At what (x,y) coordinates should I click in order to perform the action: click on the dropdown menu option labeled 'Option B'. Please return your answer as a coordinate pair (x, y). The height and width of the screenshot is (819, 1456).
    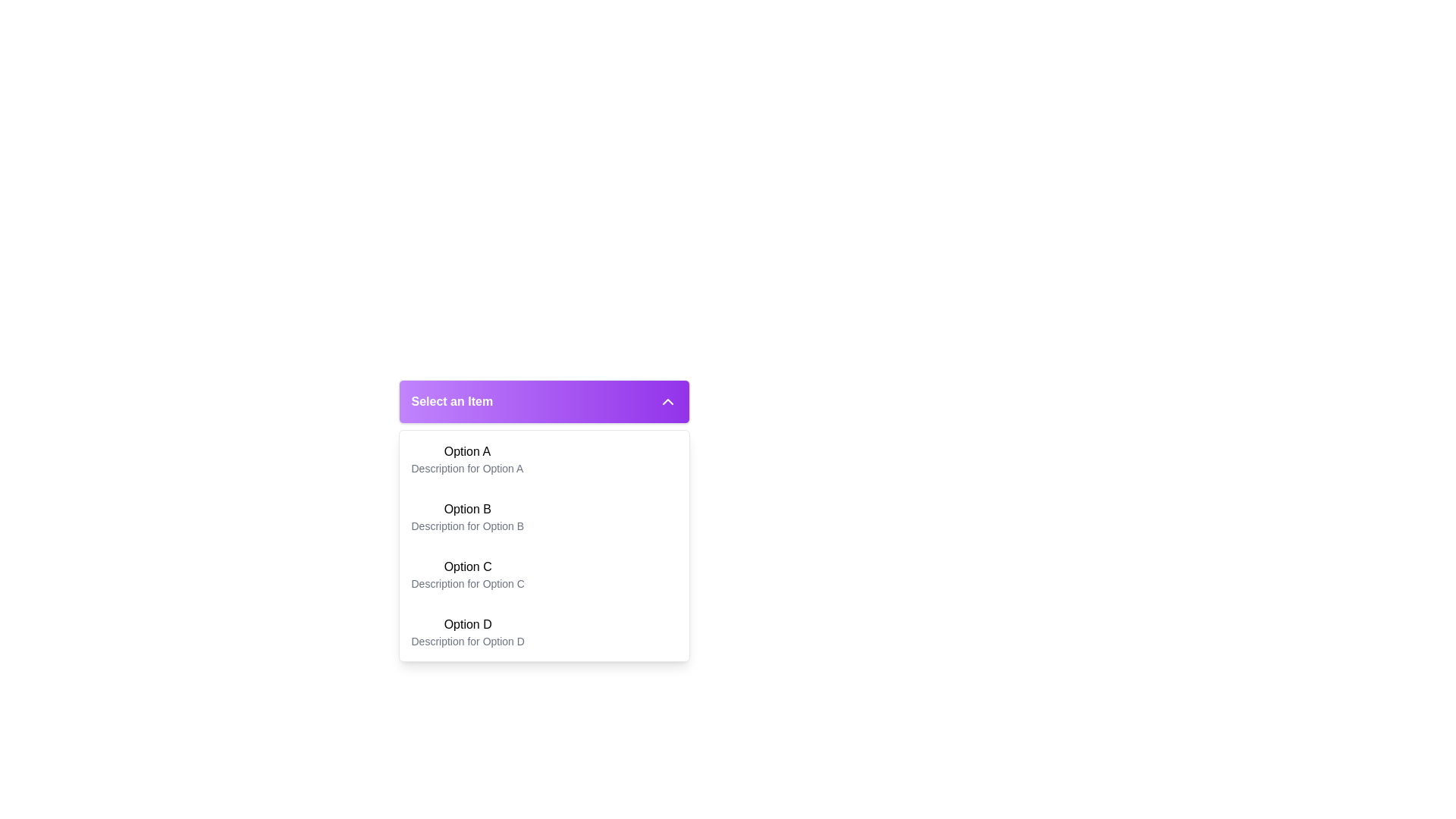
    Looking at the image, I should click on (466, 516).